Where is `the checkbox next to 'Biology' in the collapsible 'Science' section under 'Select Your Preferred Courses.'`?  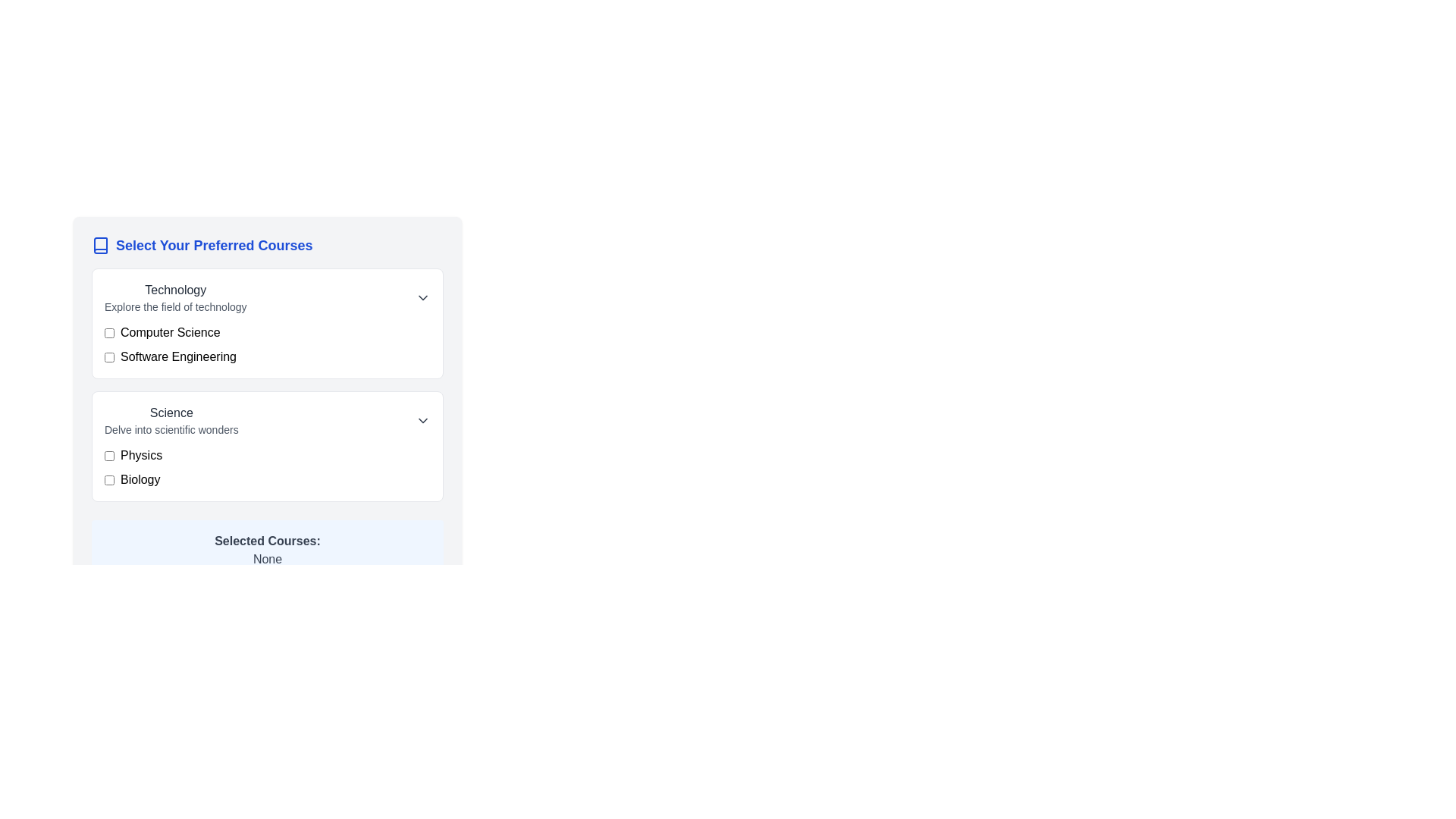
the checkbox next to 'Biology' in the collapsible 'Science' section under 'Select Your Preferred Courses.' is located at coordinates (268, 446).